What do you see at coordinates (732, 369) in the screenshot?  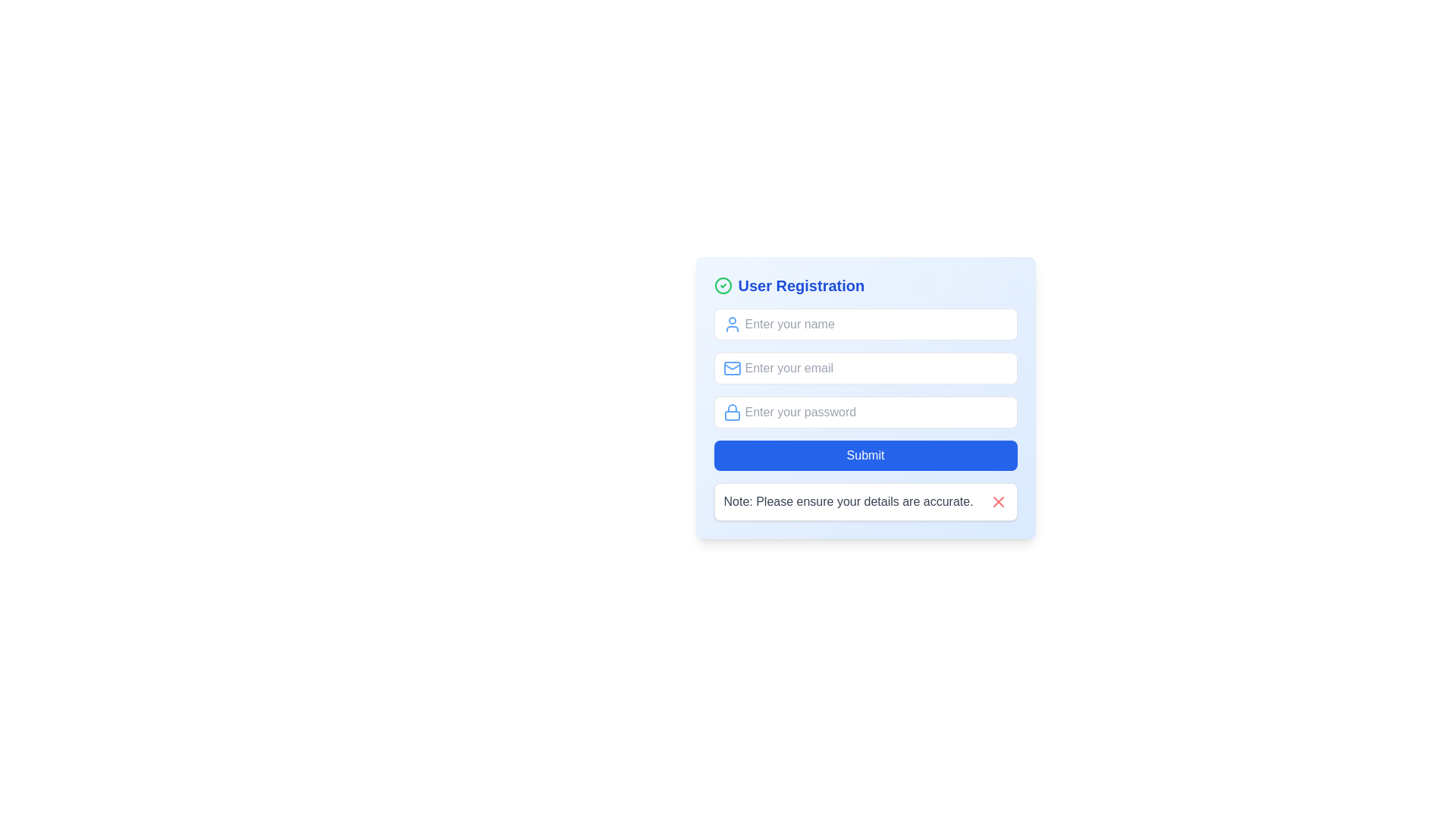 I see `the envelope icon represented by the SVG rectangle shape, located to the left of the email input field, for visual confirmation` at bounding box center [732, 369].